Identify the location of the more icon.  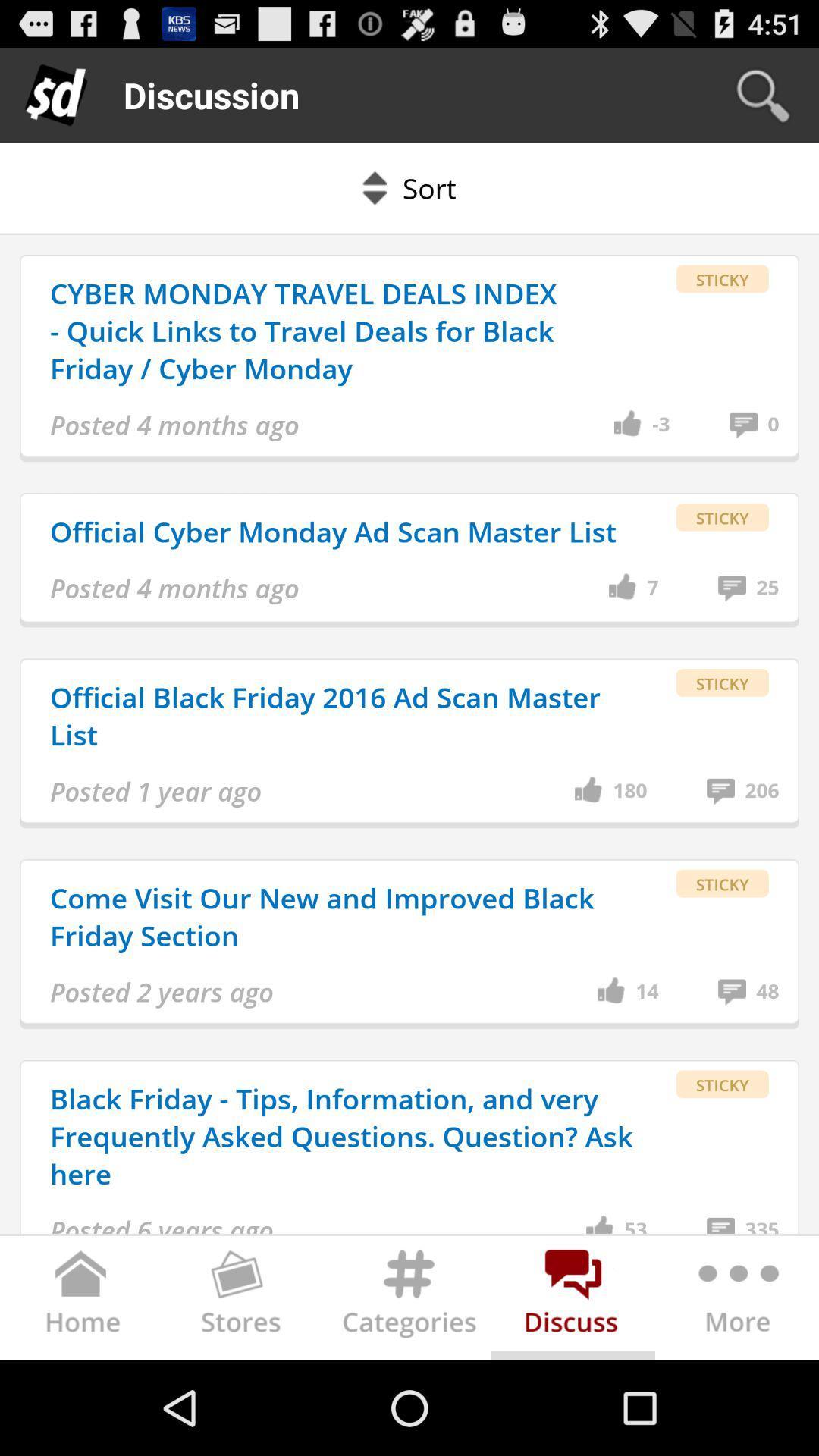
(736, 1392).